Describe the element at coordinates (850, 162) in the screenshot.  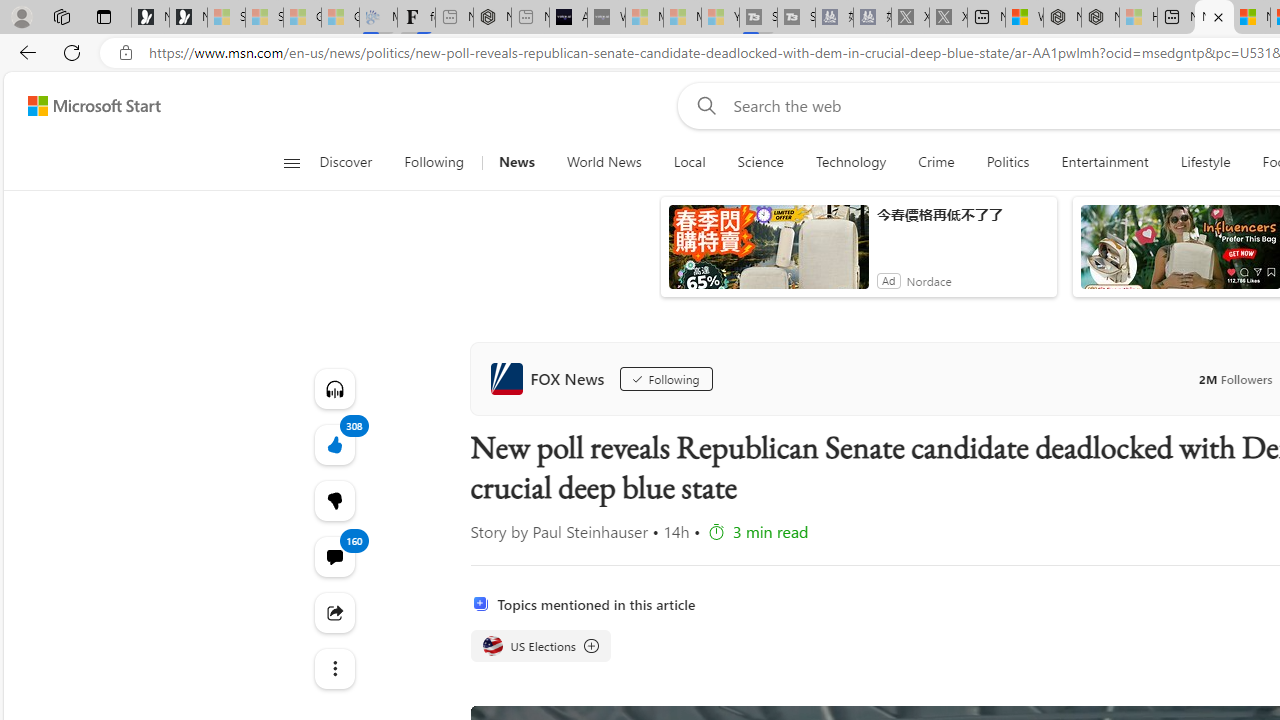
I see `'Technology'` at that location.